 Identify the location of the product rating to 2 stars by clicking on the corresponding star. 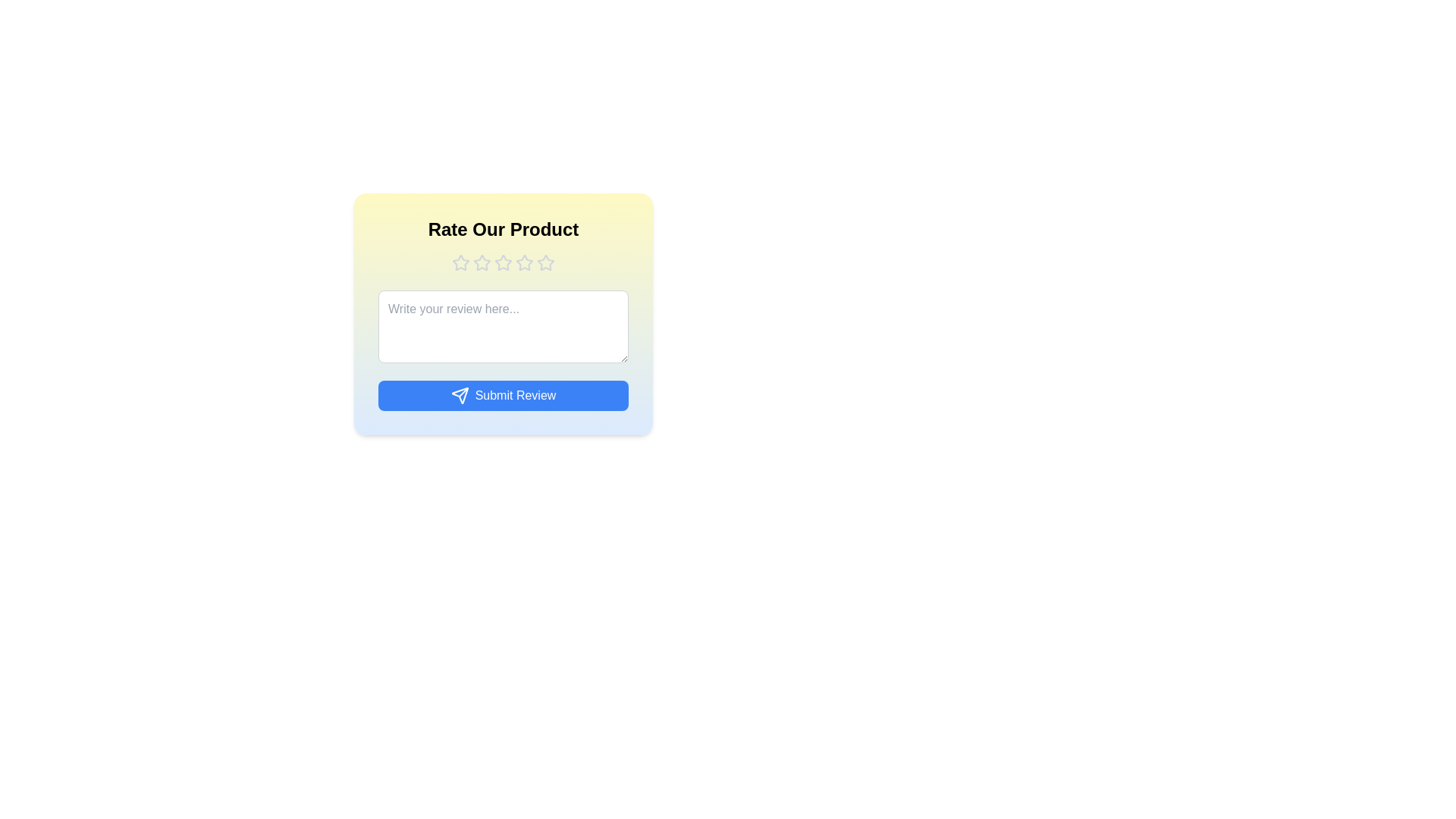
(481, 262).